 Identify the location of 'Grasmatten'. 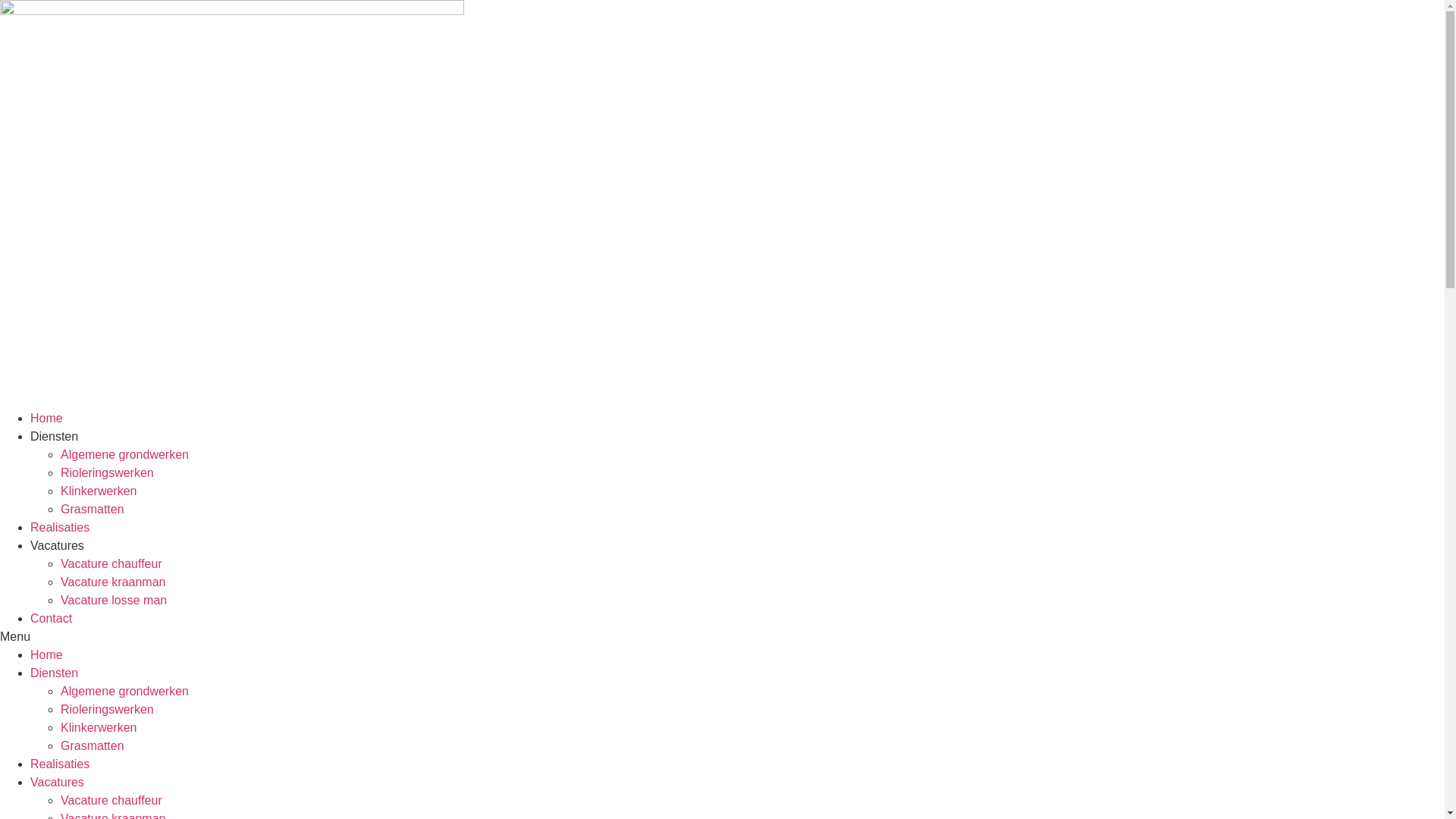
(91, 745).